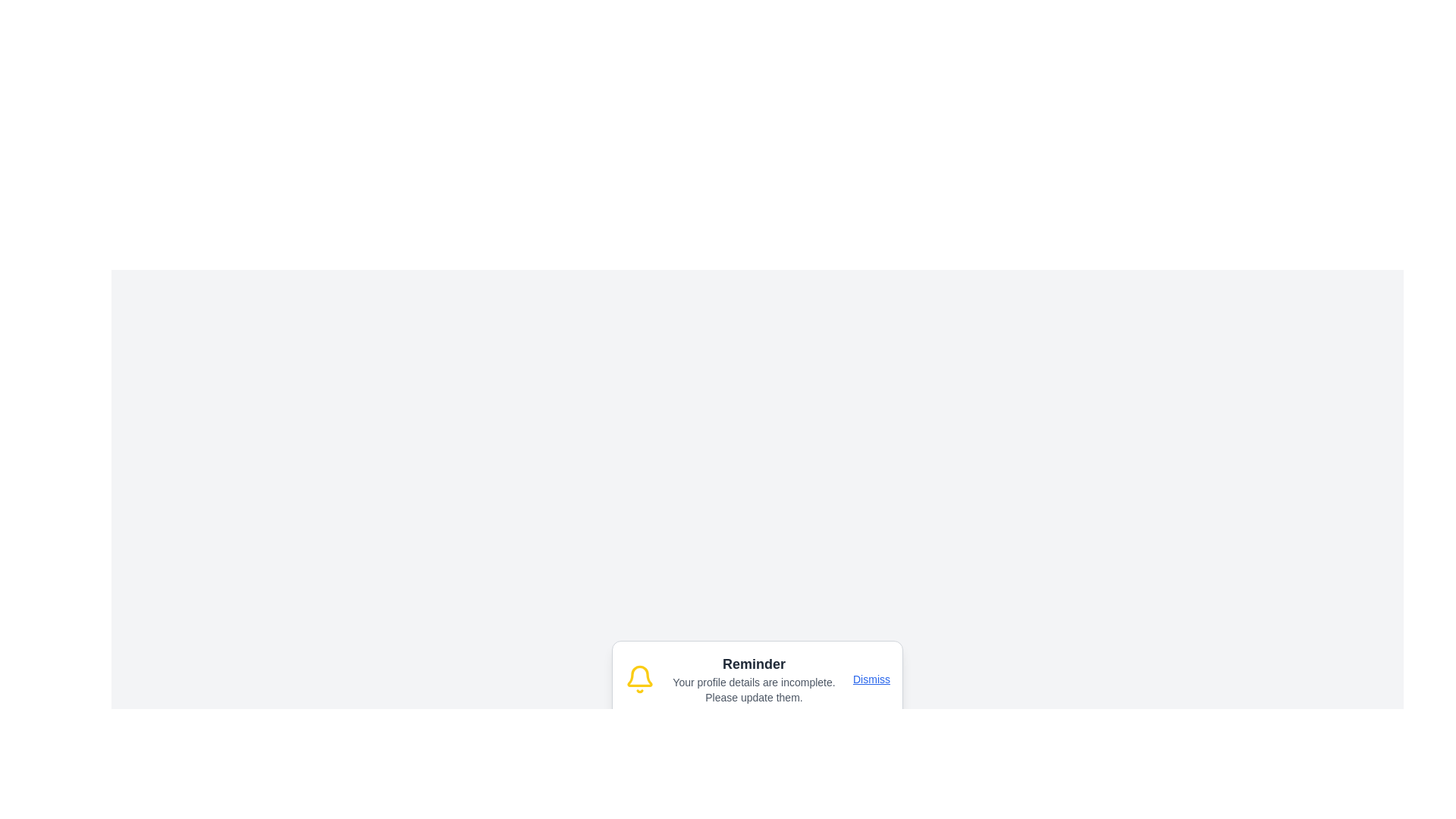 The image size is (1456, 819). I want to click on the hyperlink located at the upper-right corner of the notification card, so click(871, 678).